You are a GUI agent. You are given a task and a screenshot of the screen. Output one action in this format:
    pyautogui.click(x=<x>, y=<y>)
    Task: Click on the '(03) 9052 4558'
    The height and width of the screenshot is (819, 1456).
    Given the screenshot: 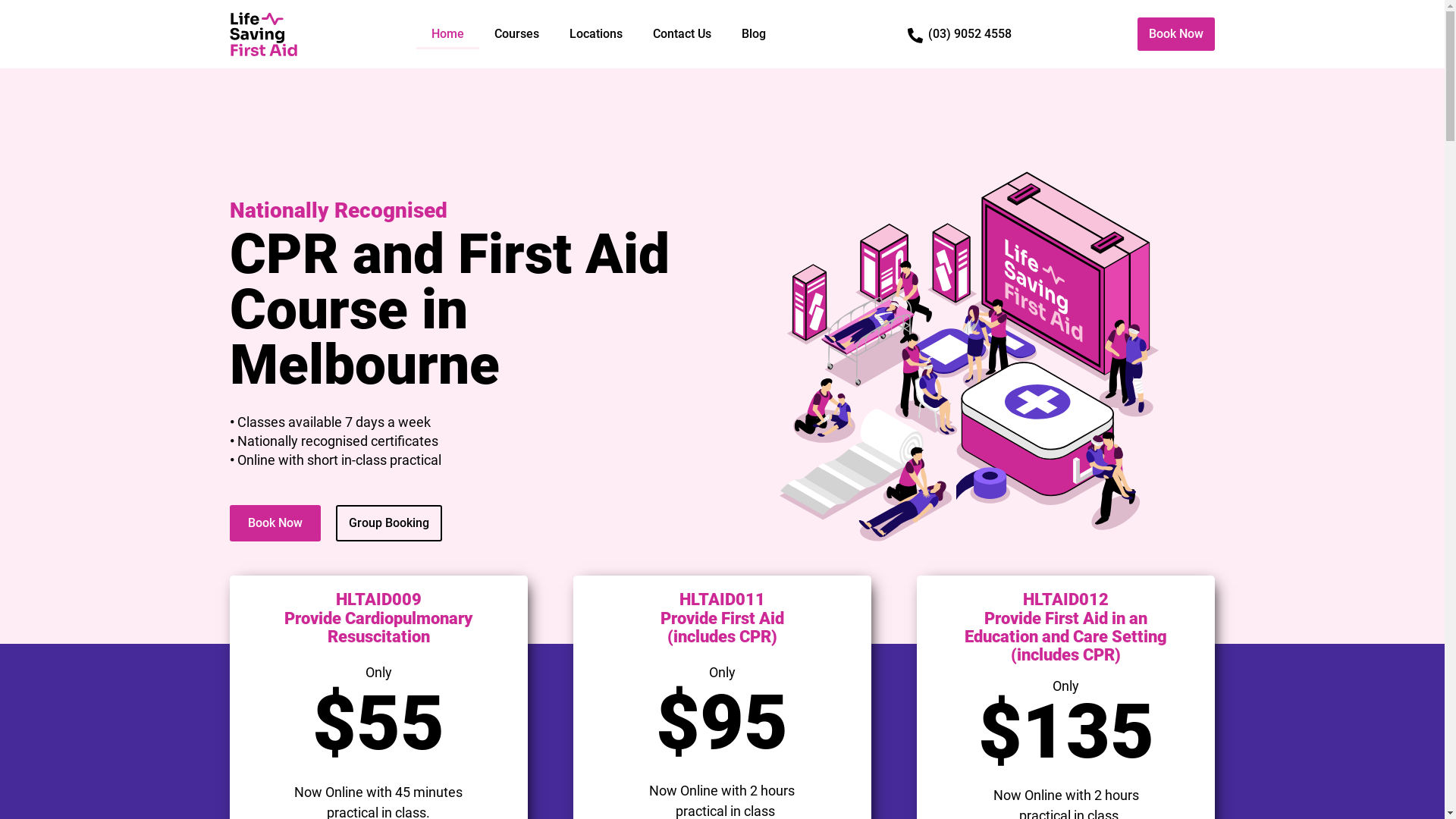 What is the action you would take?
    pyautogui.click(x=927, y=33)
    